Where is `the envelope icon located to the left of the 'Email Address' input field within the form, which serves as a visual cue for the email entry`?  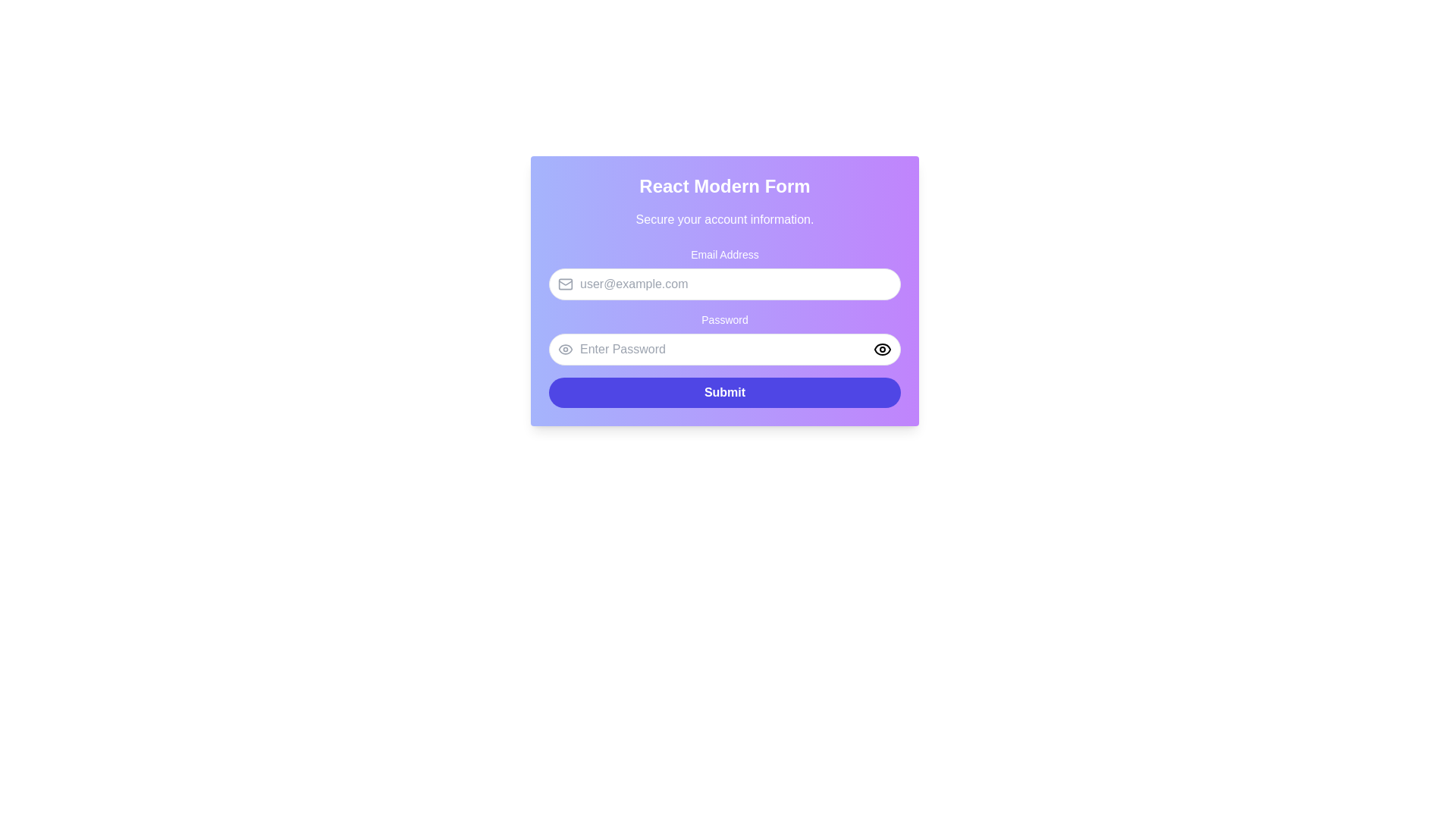 the envelope icon located to the left of the 'Email Address' input field within the form, which serves as a visual cue for the email entry is located at coordinates (564, 284).